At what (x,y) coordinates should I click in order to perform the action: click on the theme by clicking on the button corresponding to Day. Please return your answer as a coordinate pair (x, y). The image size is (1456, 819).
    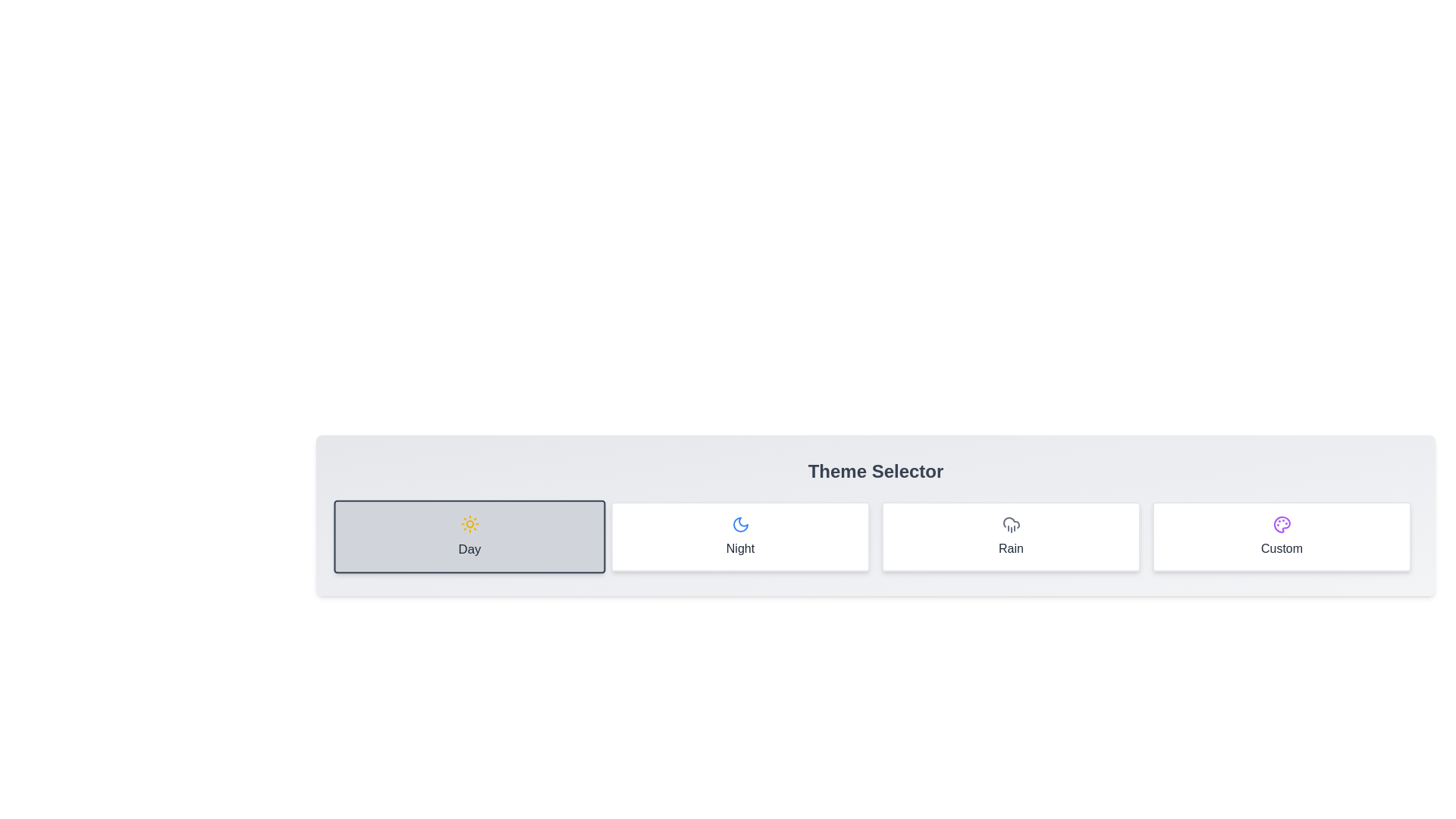
    Looking at the image, I should click on (469, 536).